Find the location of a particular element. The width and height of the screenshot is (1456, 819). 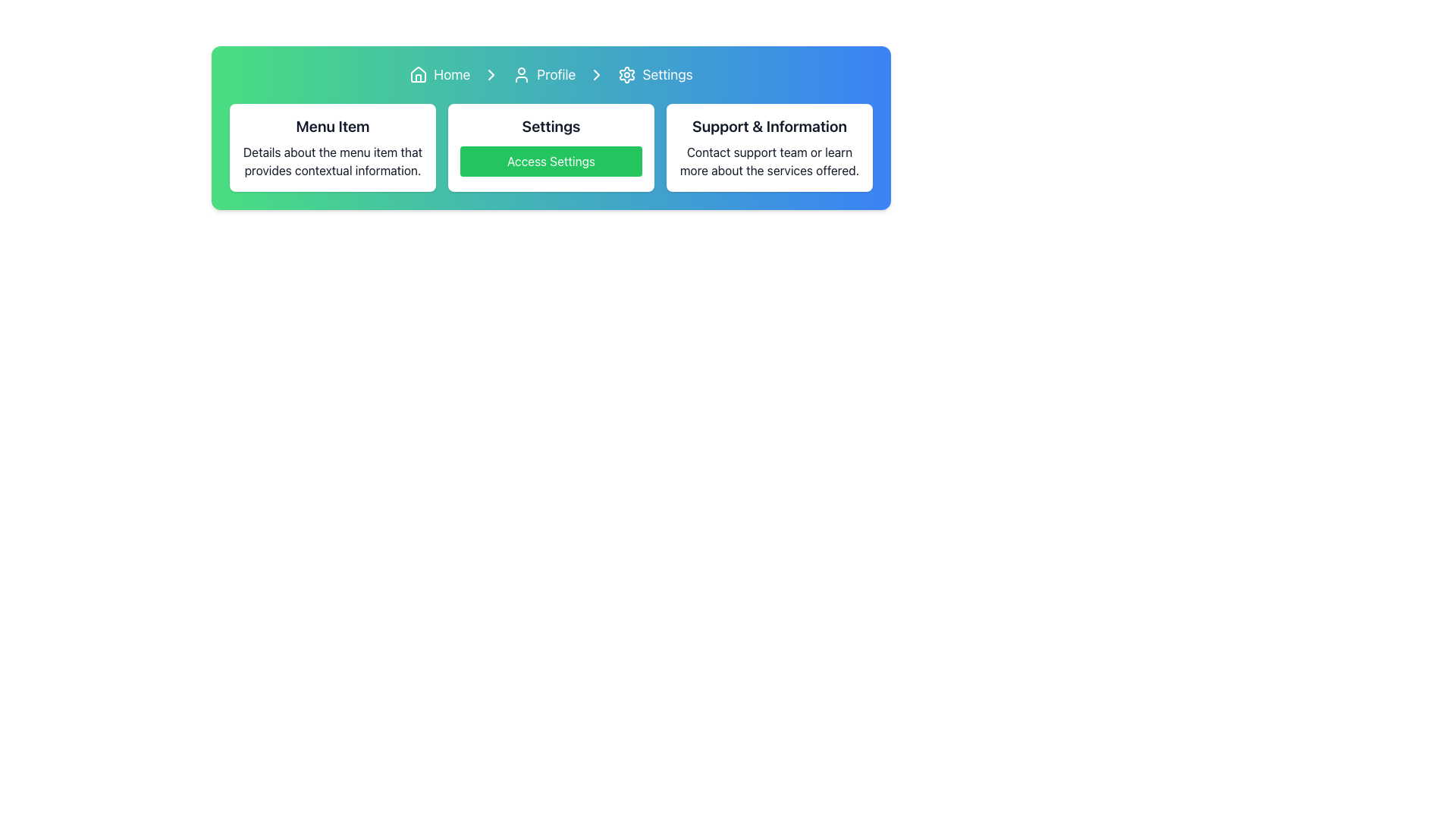

the rightward-pointing chevron icon located in the navigation bar between the 'Profile' text and the 'Settings' section is located at coordinates (491, 75).